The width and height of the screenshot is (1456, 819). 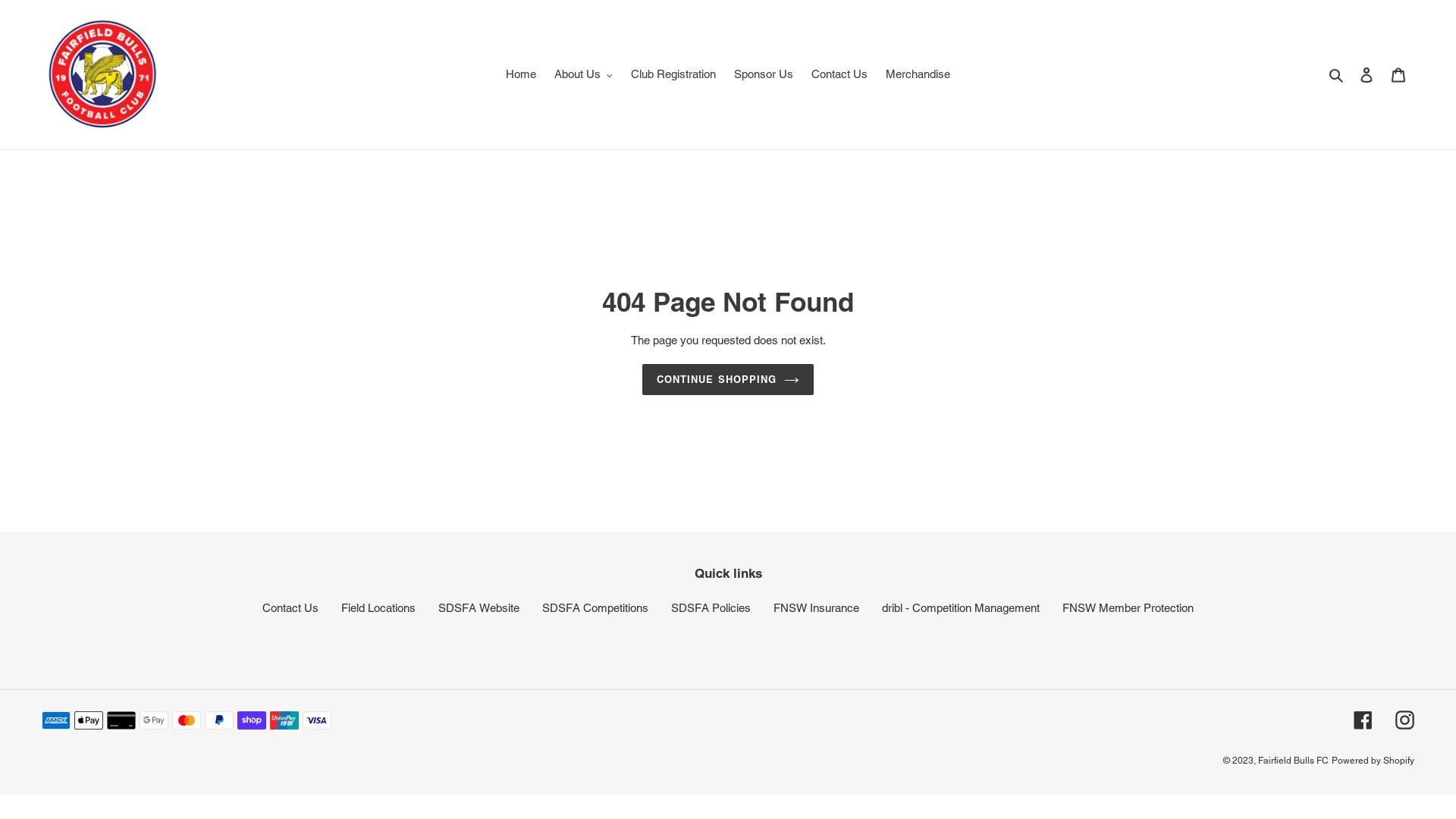 I want to click on 'Contact Us', so click(x=290, y=607).